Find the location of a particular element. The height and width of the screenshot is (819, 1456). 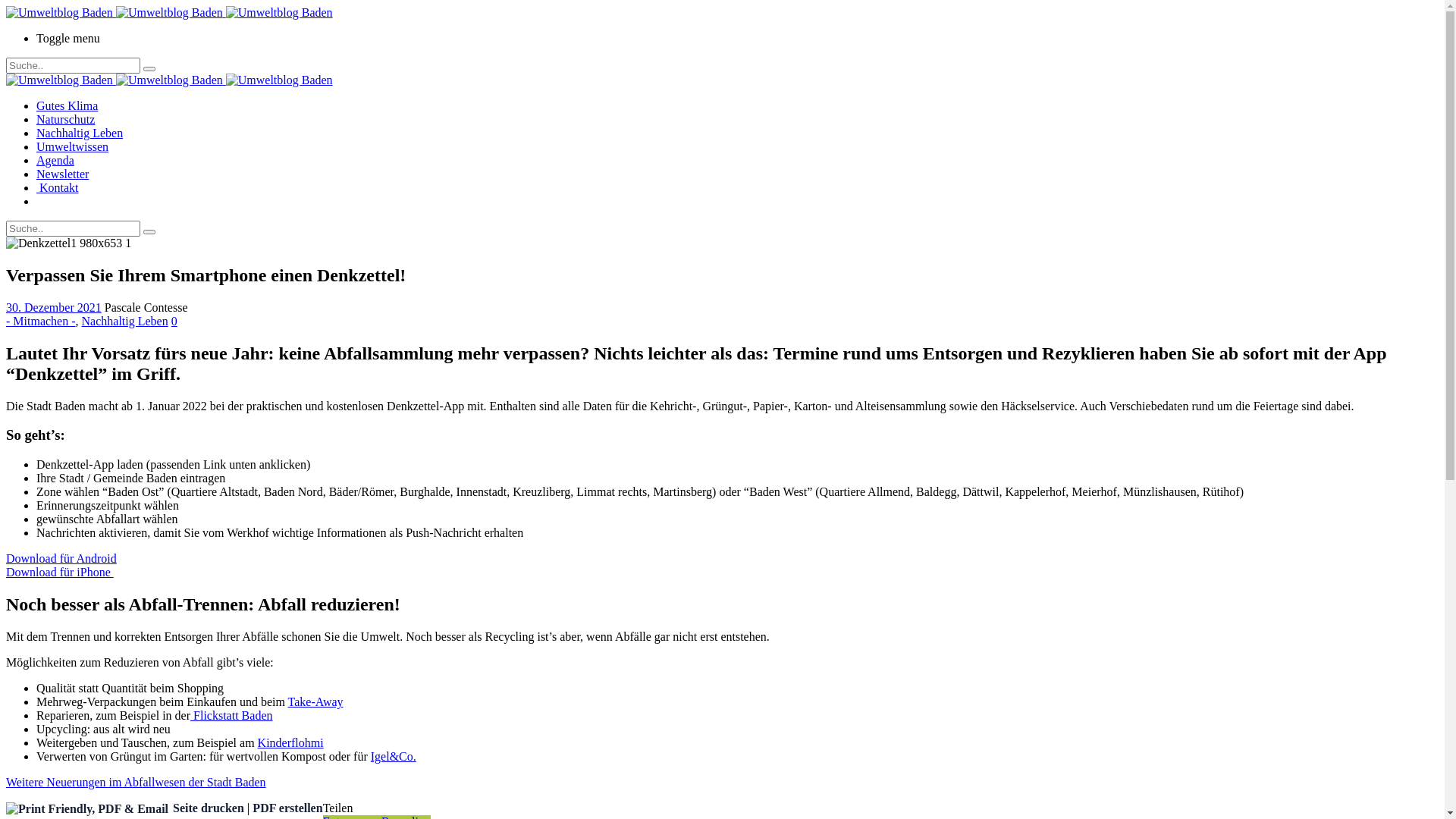

'Weitere Neuerungen im Abfallwesen der Stadt Baden' is located at coordinates (136, 782).